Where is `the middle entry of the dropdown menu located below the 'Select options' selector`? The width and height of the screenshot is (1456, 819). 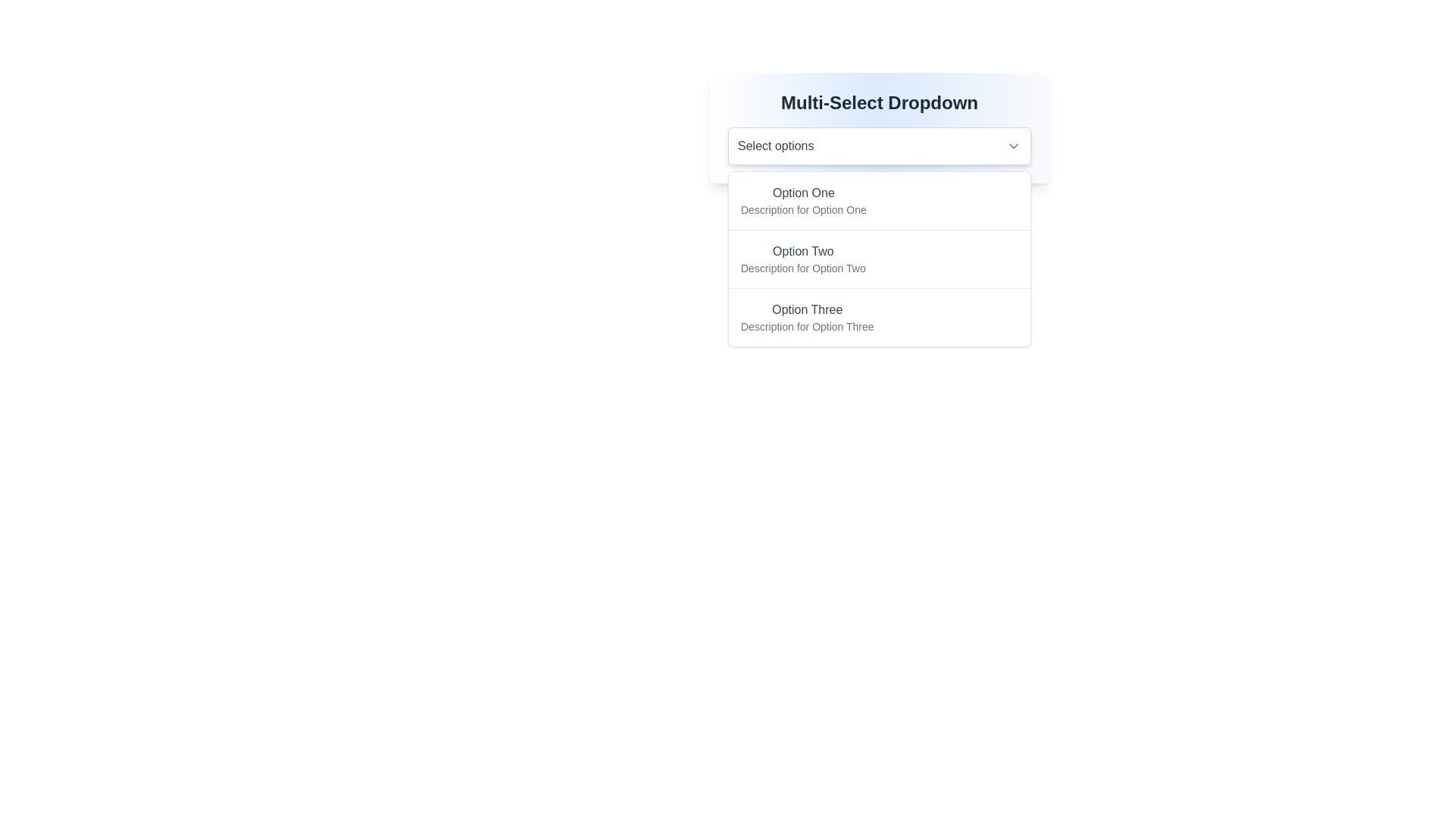
the middle entry of the dropdown menu located below the 'Select options' selector is located at coordinates (880, 259).